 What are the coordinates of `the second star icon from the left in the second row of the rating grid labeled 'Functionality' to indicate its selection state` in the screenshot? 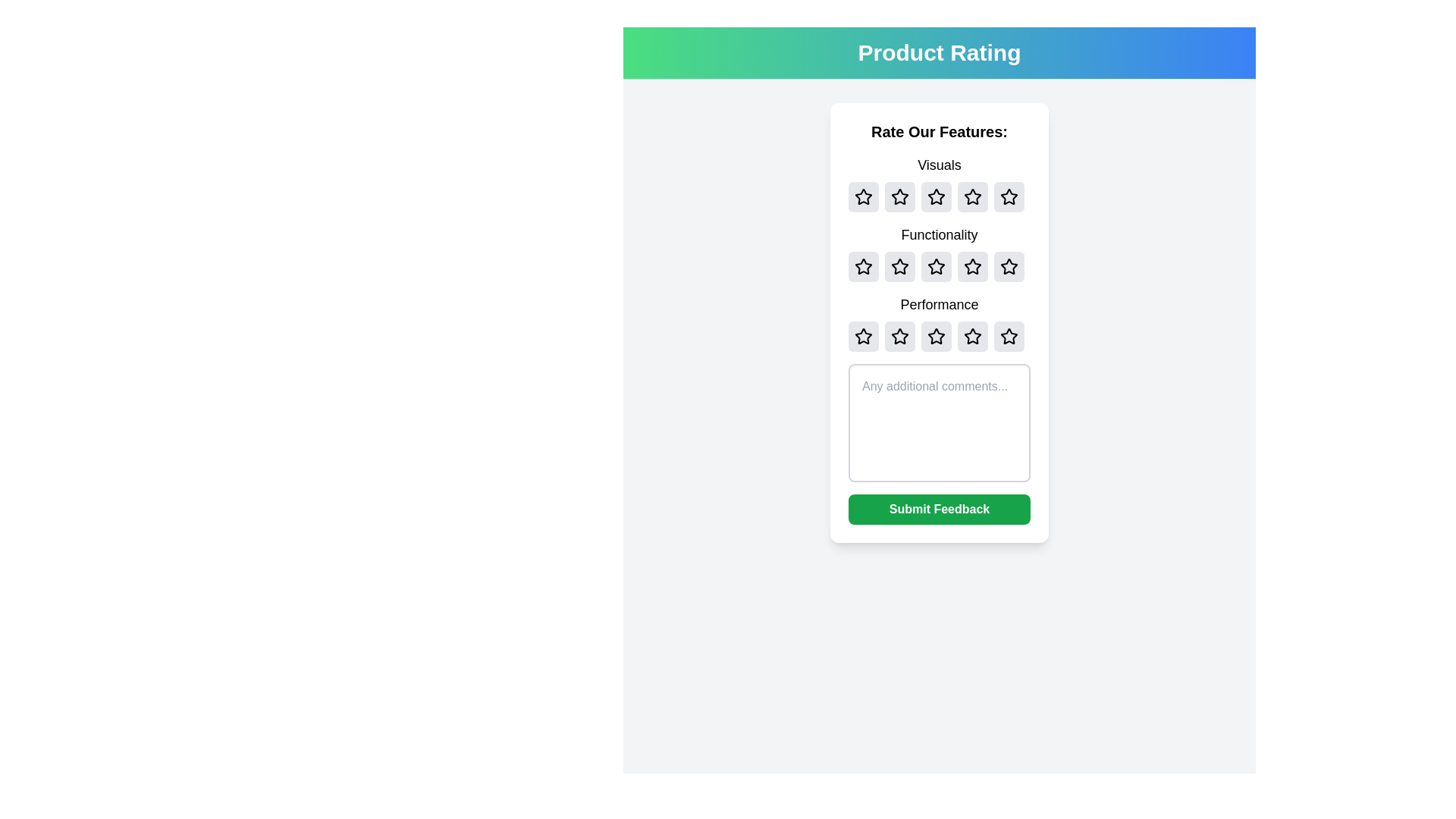 It's located at (899, 265).